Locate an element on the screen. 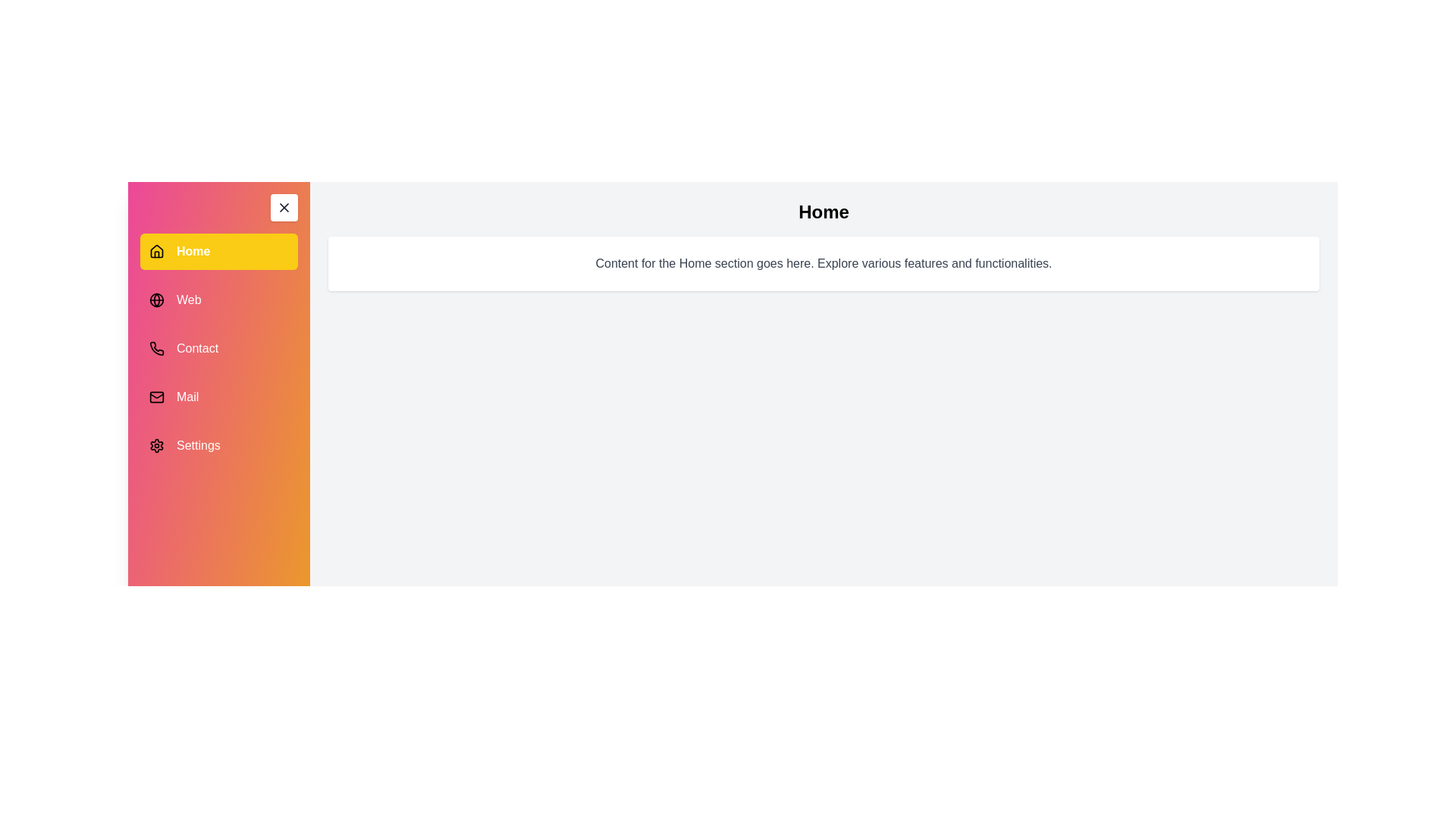  the menu item Web to view its associated content is located at coordinates (218, 300).